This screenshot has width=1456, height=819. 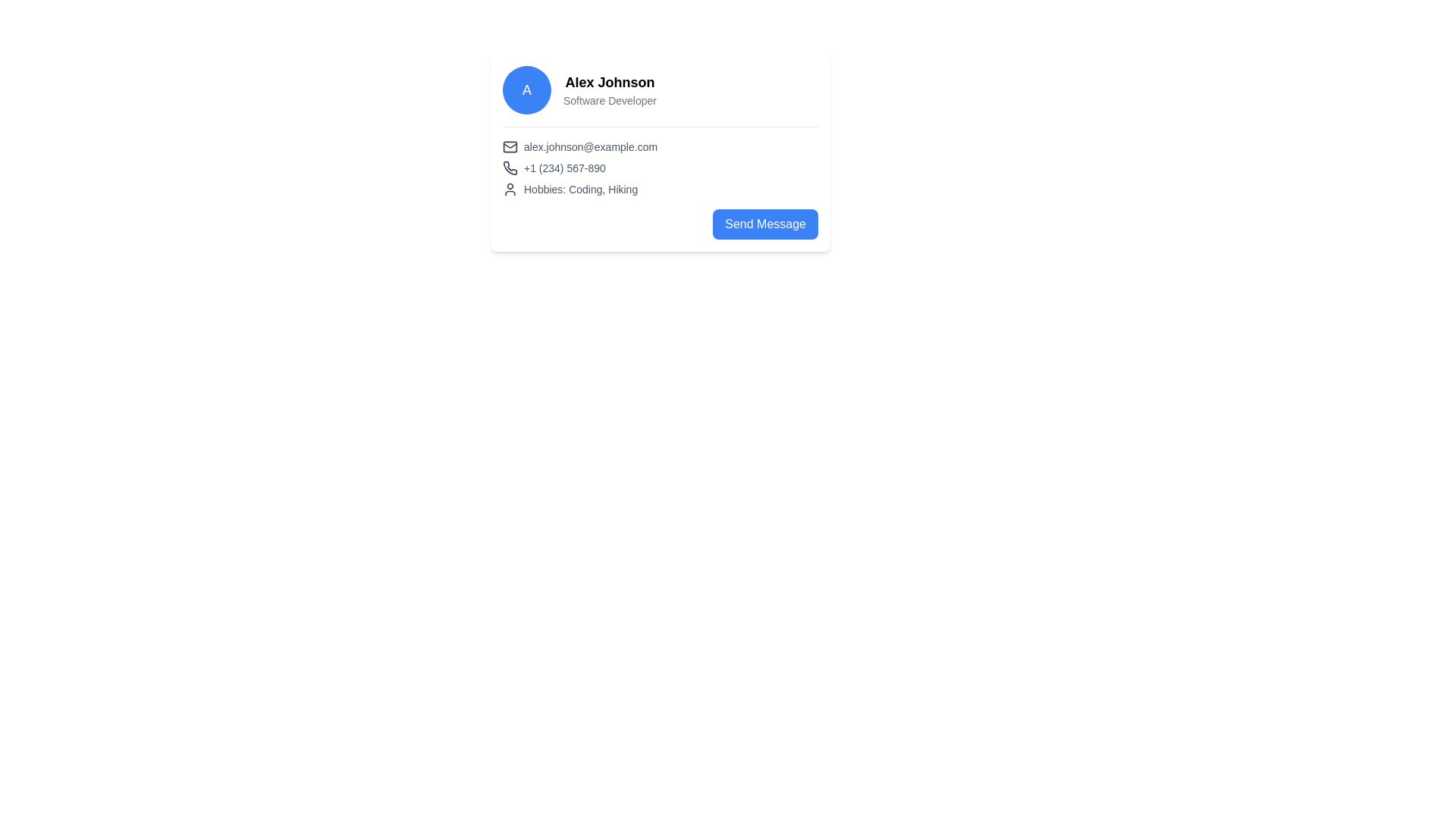 I want to click on the mail envelope icon that precedes the email address 'alex.johnson@example.com', so click(x=510, y=146).